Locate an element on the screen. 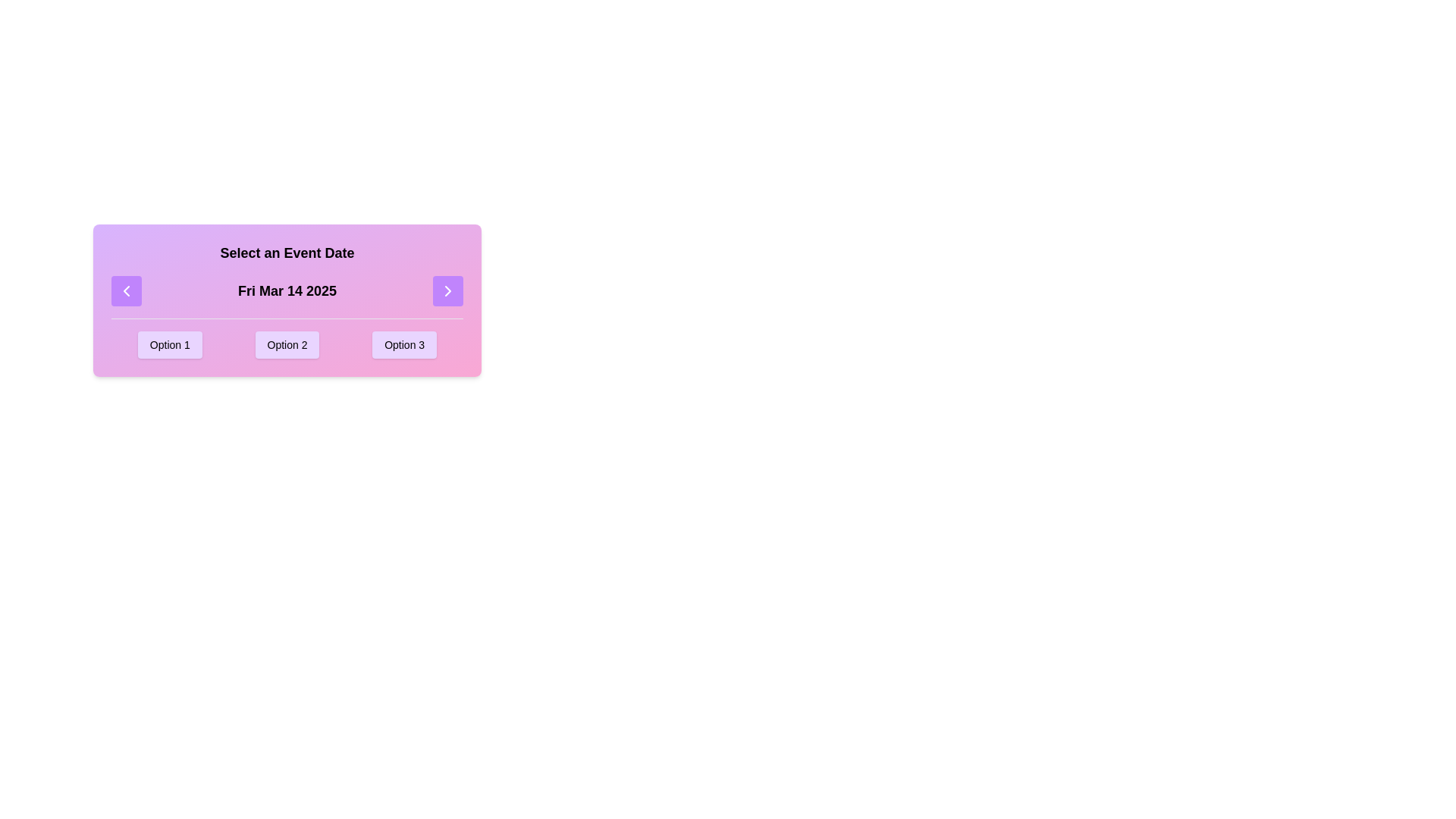 Image resolution: width=1456 pixels, height=819 pixels. the 'Option 3' button, which is a rectangular button with a light purple background, located on the rightmost side of three similar options is located at coordinates (404, 345).